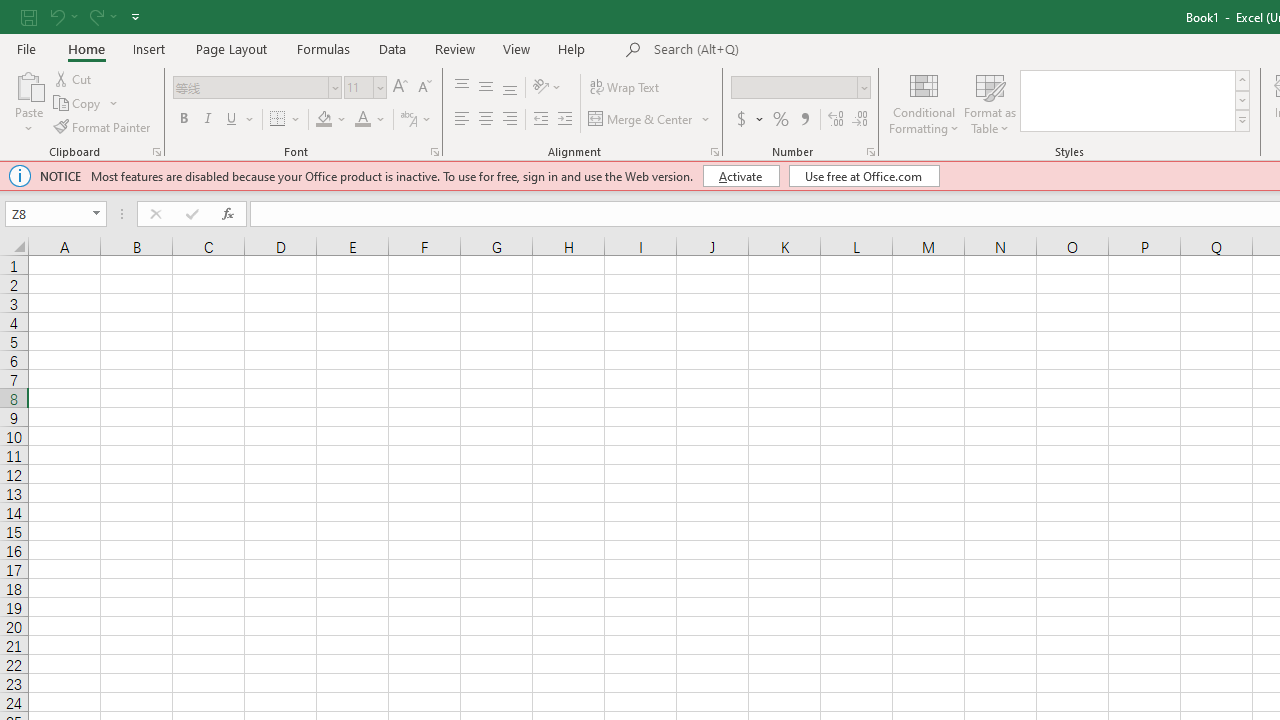 This screenshot has height=720, width=1280. Describe the element at coordinates (331, 119) in the screenshot. I see `'Fill Color'` at that location.